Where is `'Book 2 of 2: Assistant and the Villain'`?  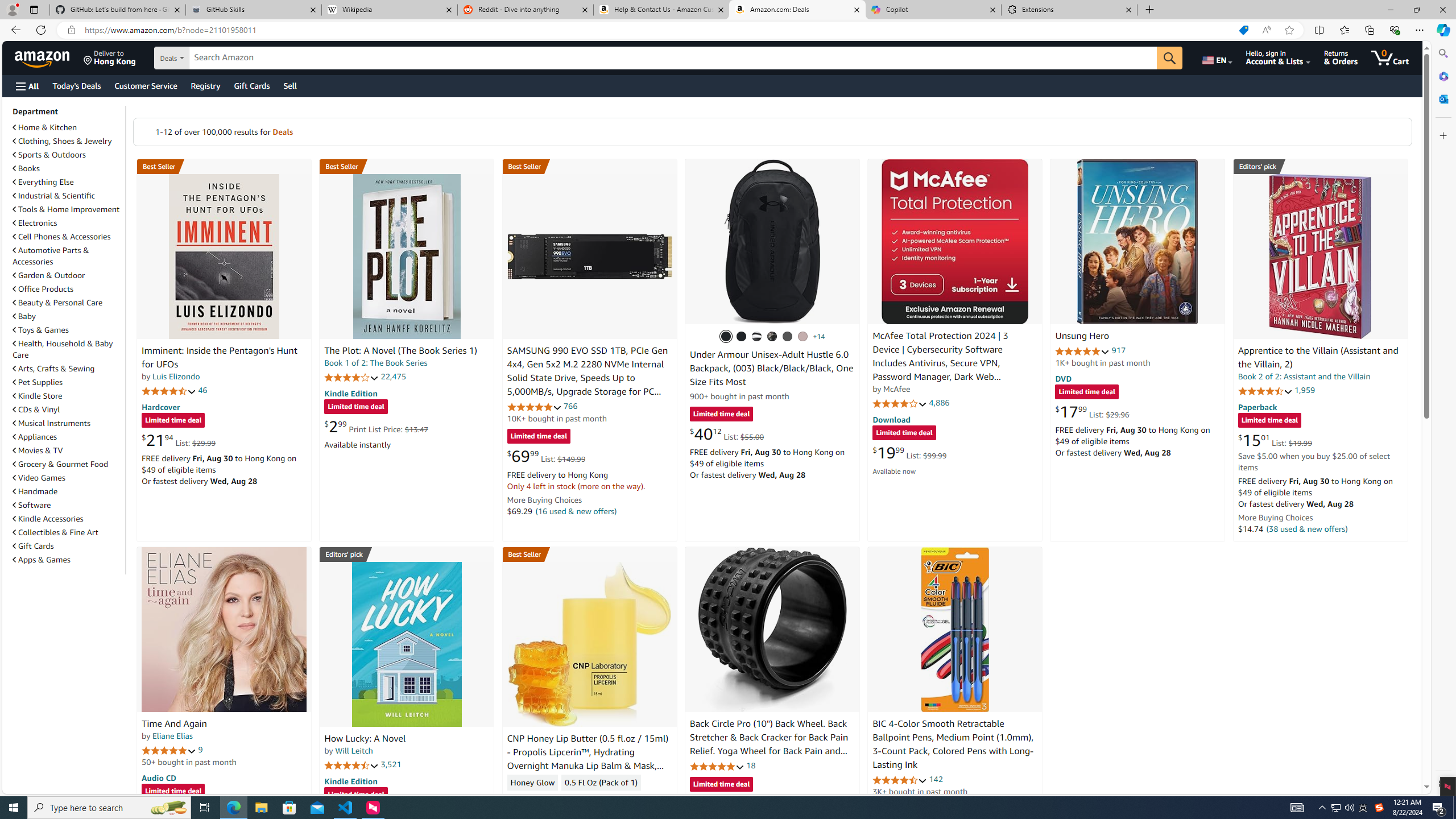
'Book 2 of 2: Assistant and the Villain' is located at coordinates (1303, 375).